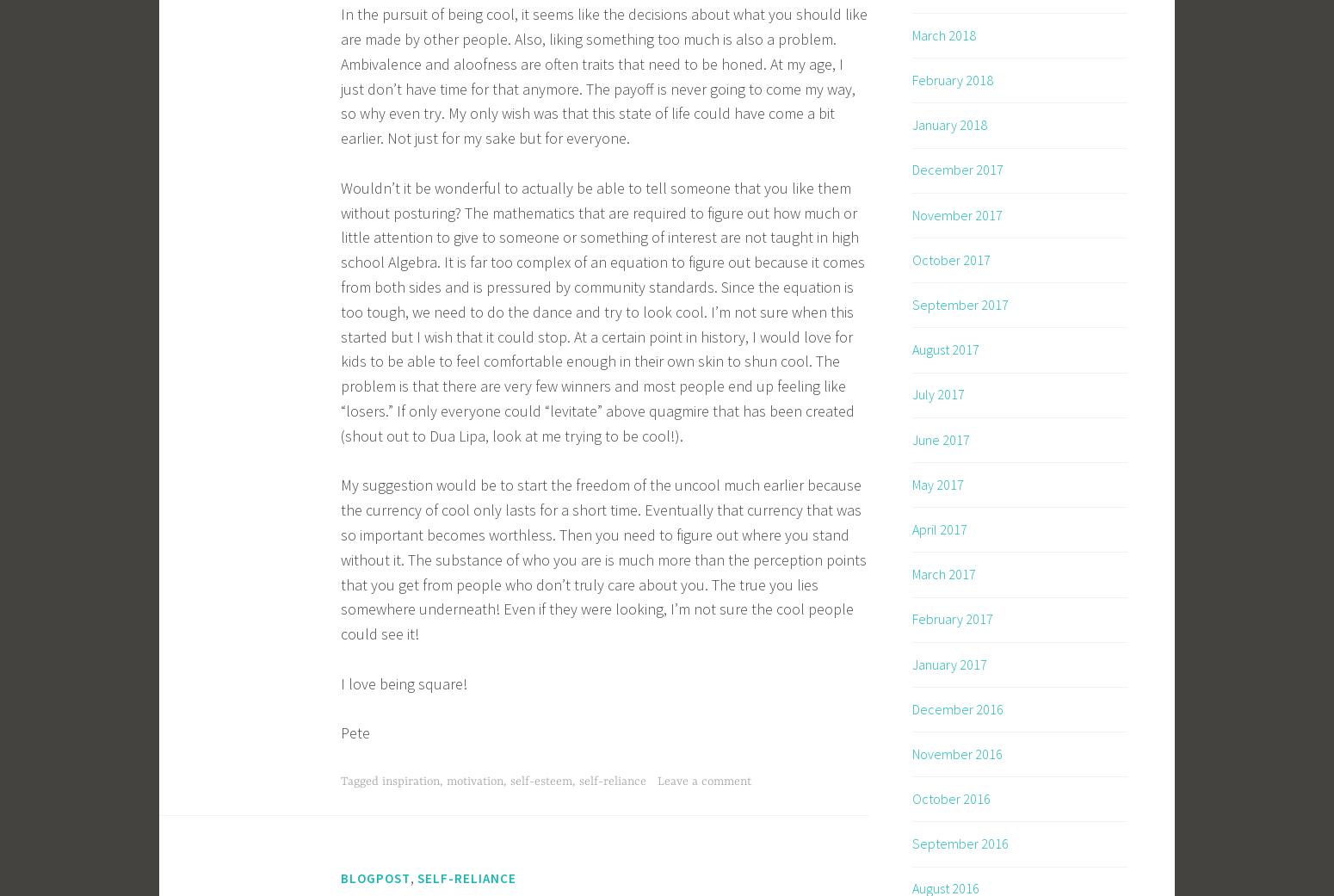  Describe the element at coordinates (956, 213) in the screenshot. I see `'November 2017'` at that location.